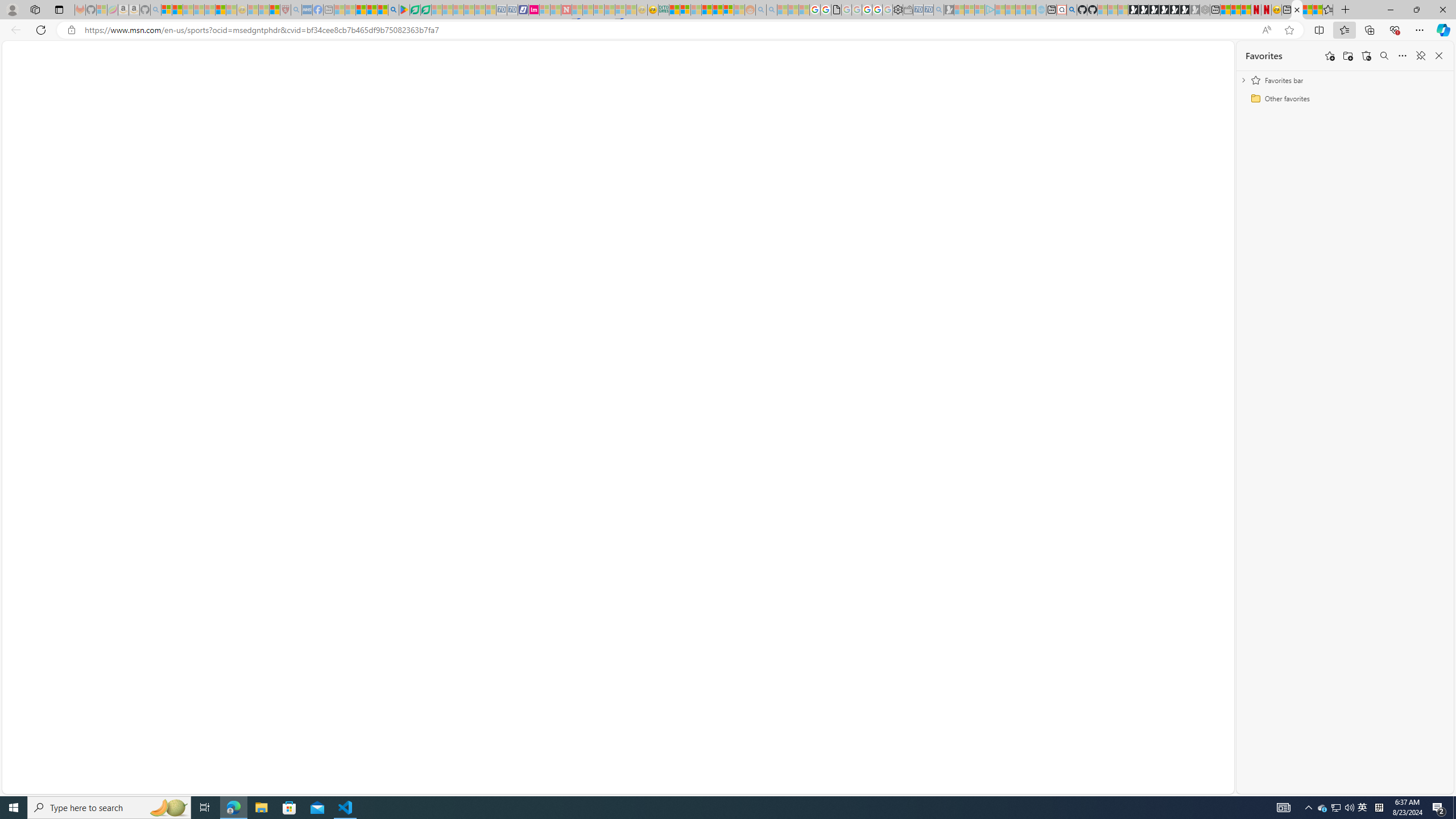 This screenshot has width=1456, height=819. What do you see at coordinates (1329, 55) in the screenshot?
I see `'Add this page to favorites'` at bounding box center [1329, 55].